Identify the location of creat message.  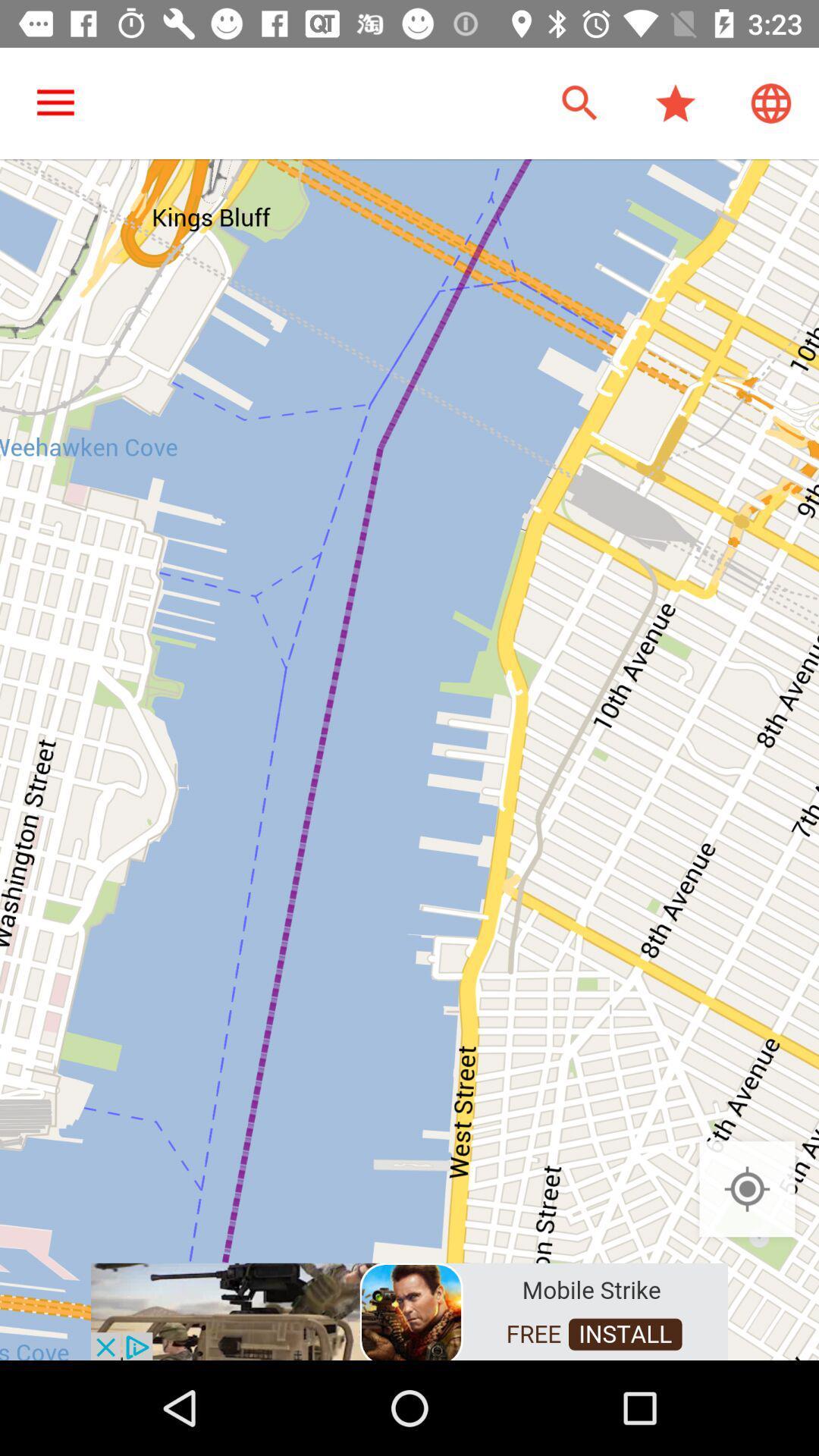
(409, 1310).